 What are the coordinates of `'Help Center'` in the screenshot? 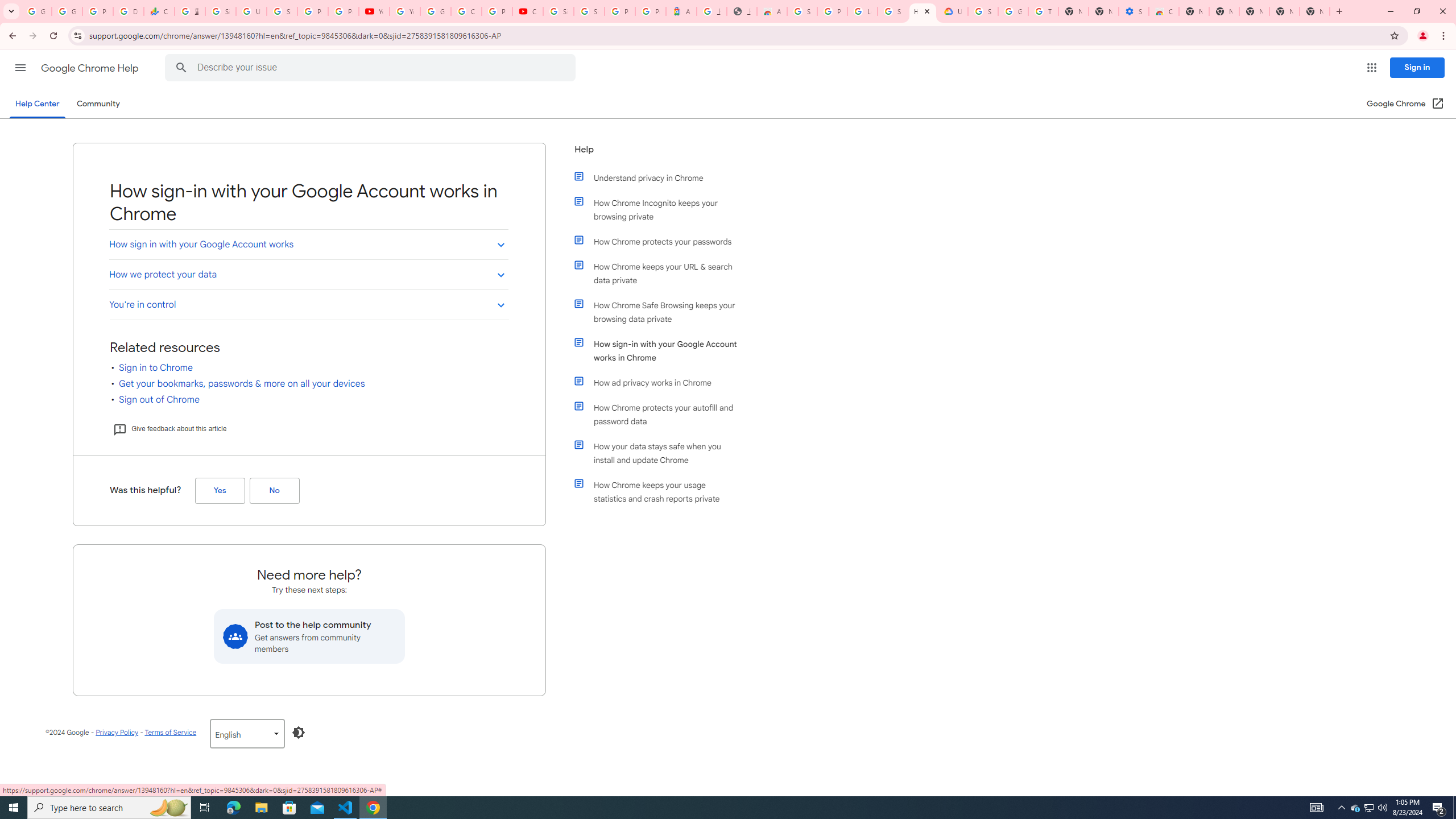 It's located at (37, 103).